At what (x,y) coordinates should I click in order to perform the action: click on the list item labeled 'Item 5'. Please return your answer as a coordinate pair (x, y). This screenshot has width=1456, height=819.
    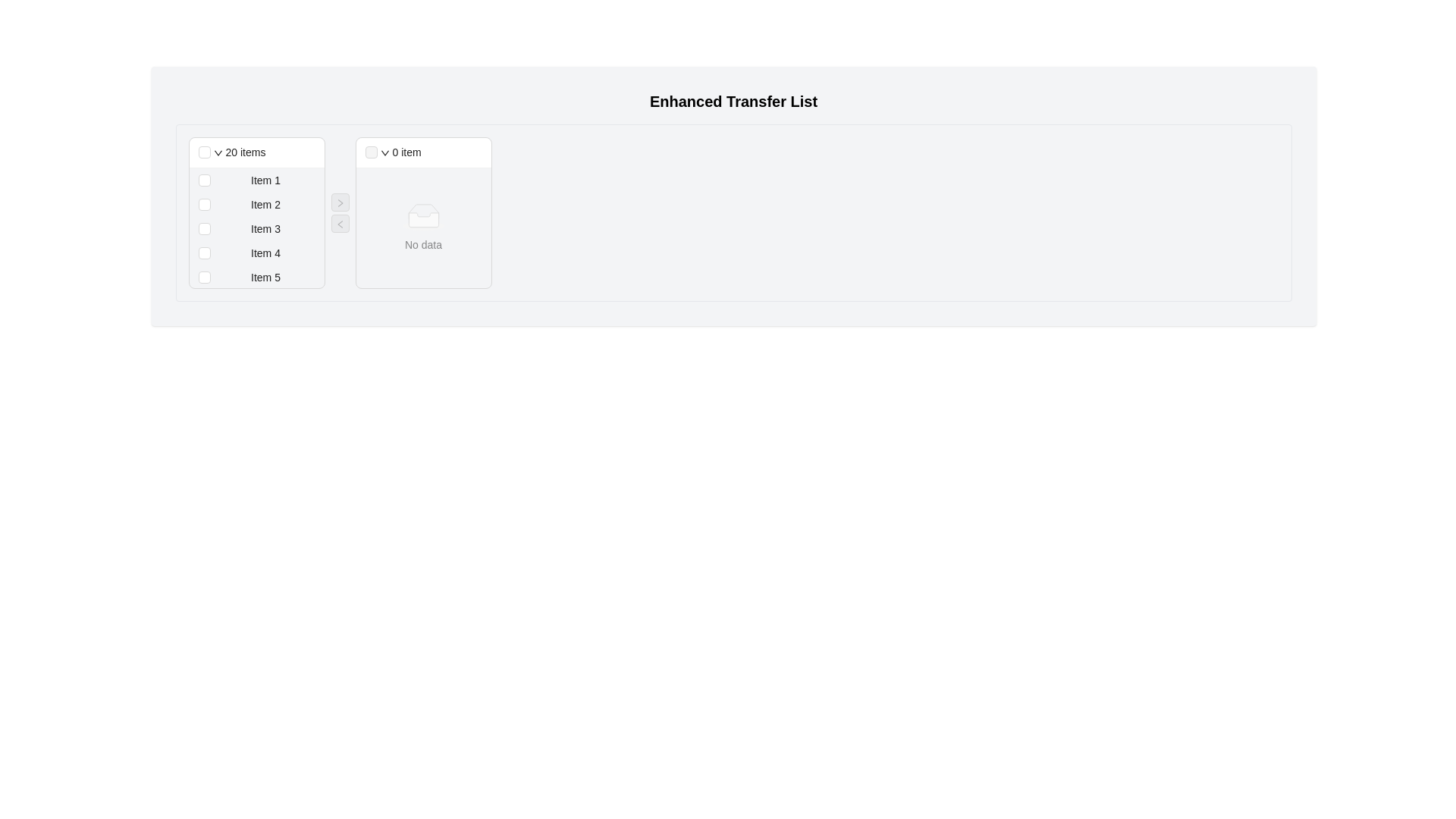
    Looking at the image, I should click on (256, 278).